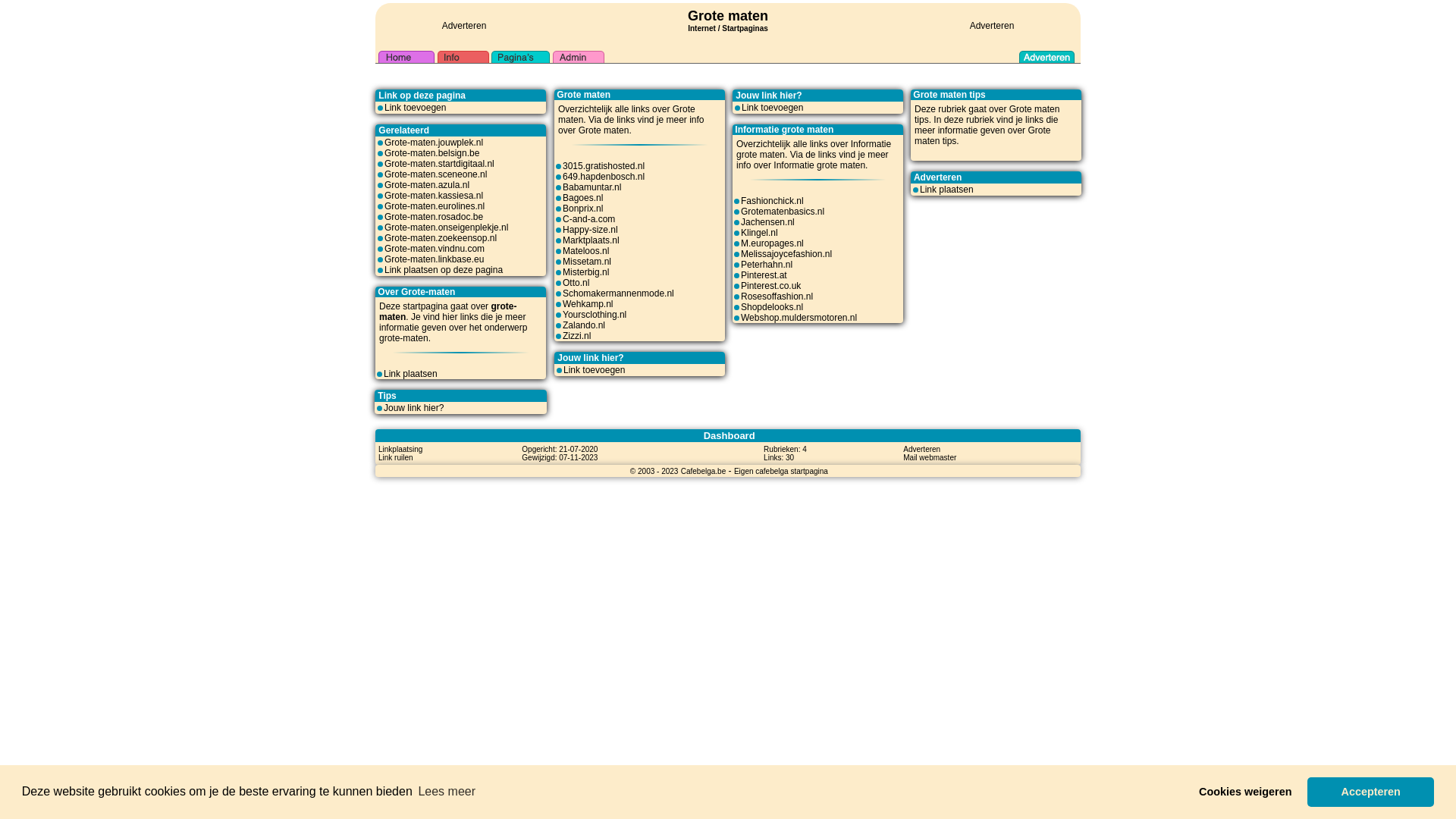  Describe the element at coordinates (562, 175) in the screenshot. I see `'649.hapdenbosch.nl'` at that location.